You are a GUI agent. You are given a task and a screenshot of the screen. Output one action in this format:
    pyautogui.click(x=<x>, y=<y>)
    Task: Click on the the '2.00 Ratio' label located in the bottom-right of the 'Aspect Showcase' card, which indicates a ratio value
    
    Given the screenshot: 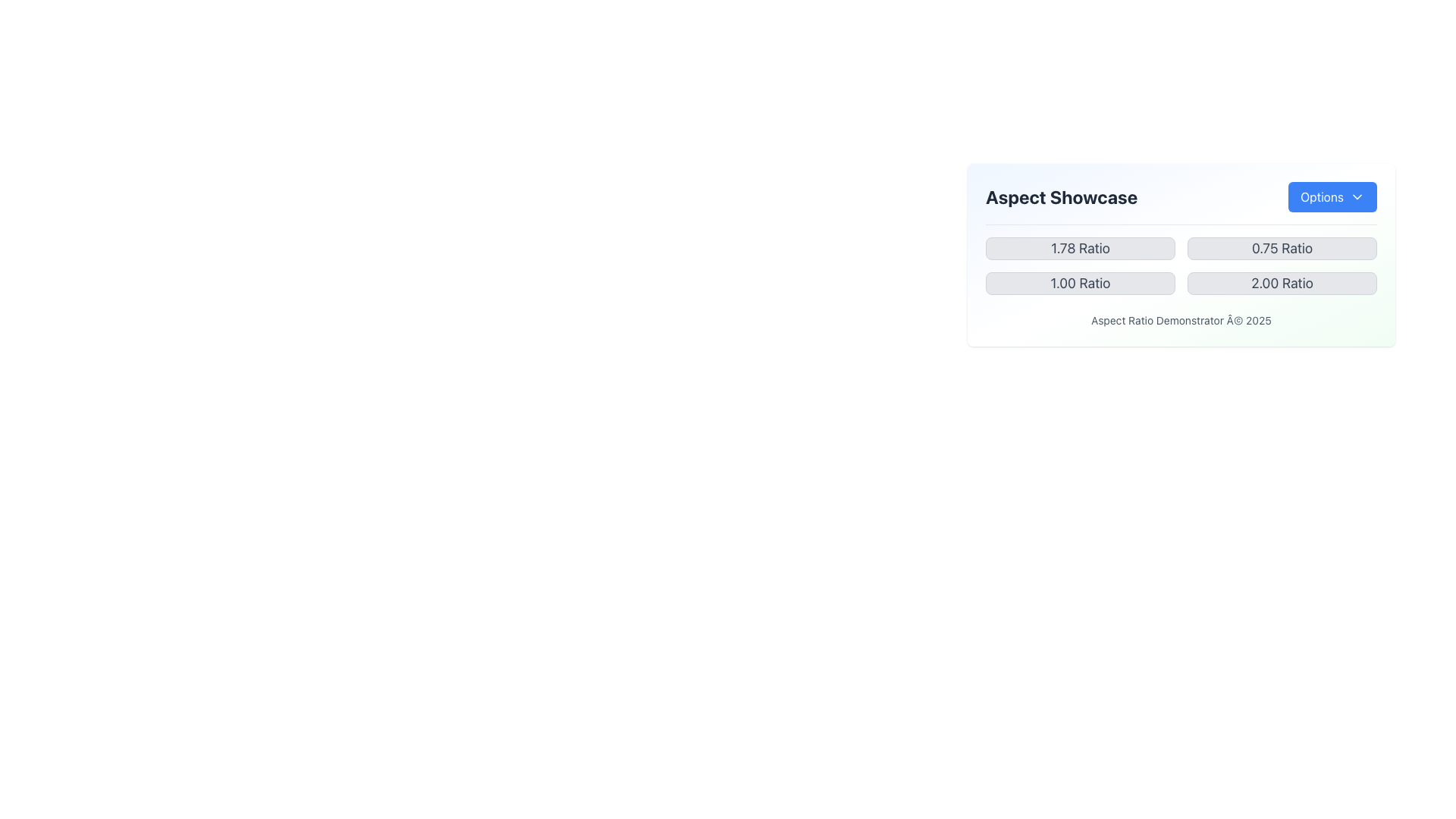 What is the action you would take?
    pyautogui.click(x=1281, y=284)
    